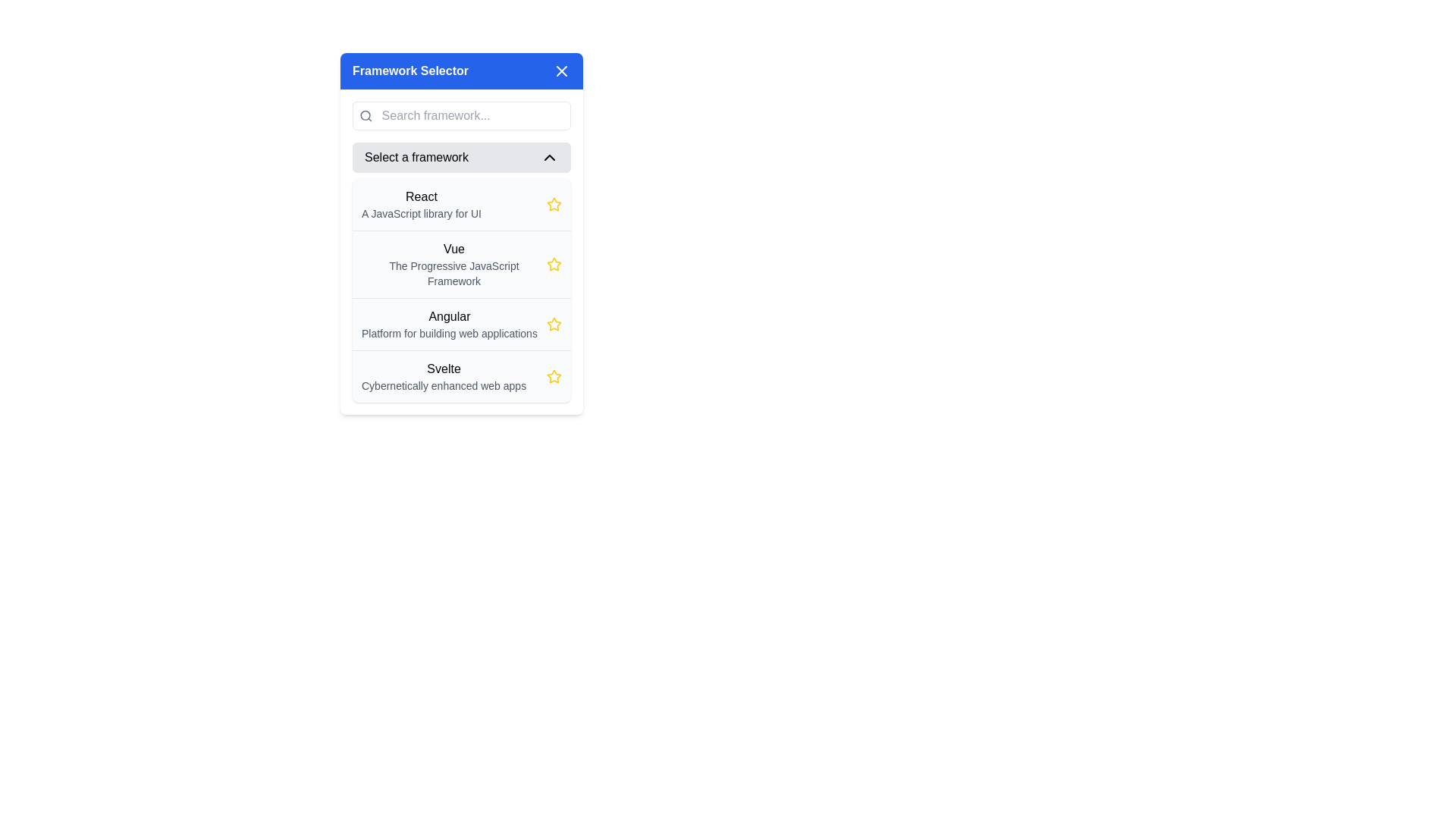 The image size is (1456, 819). I want to click on the List item containing the text 'Vue', so click(461, 262).